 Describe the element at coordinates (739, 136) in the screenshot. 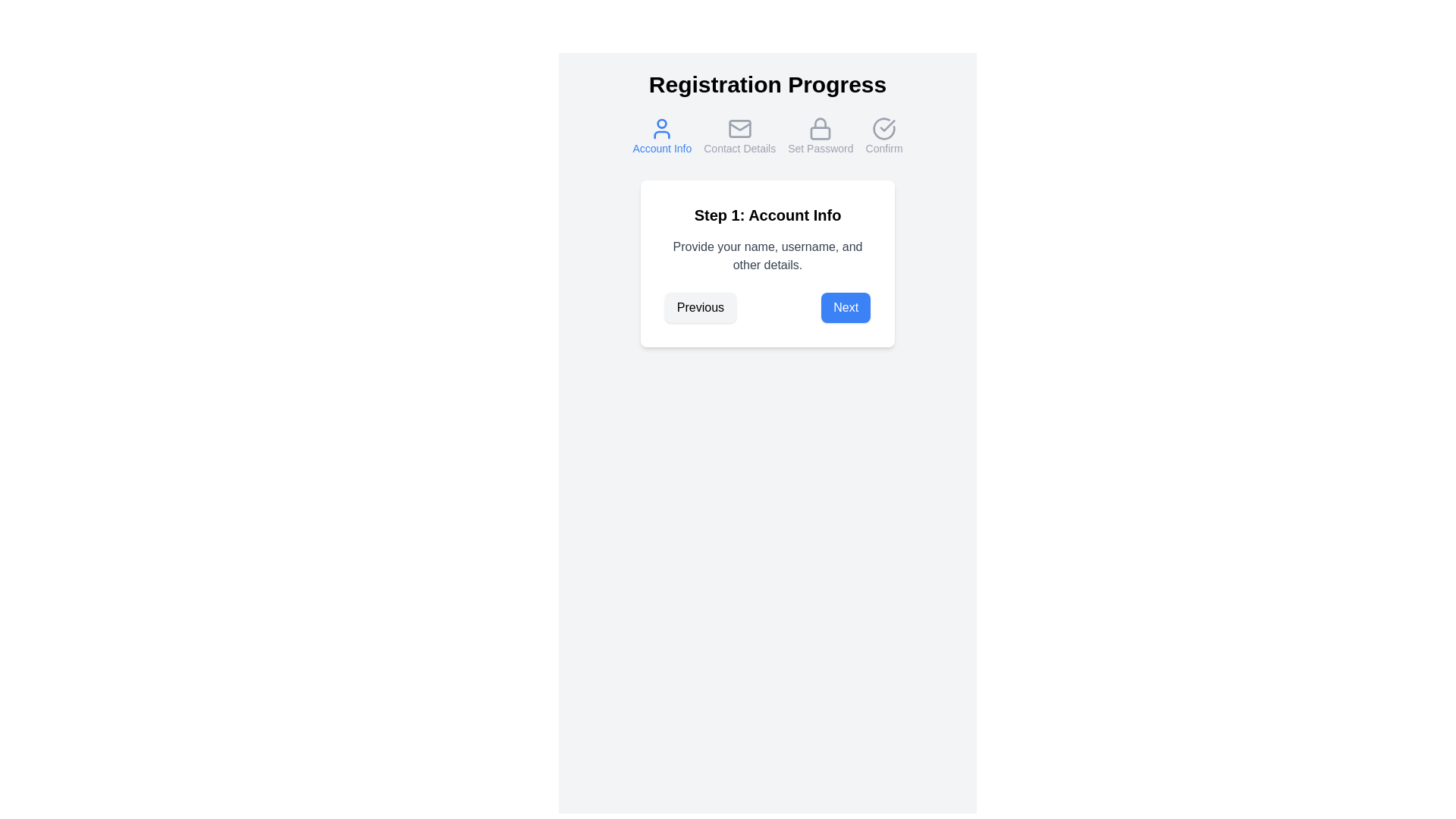

I see `the labeled icon featuring a gray envelope above the text 'Contact Details', which is the second element in a horizontal navigation menu` at that location.